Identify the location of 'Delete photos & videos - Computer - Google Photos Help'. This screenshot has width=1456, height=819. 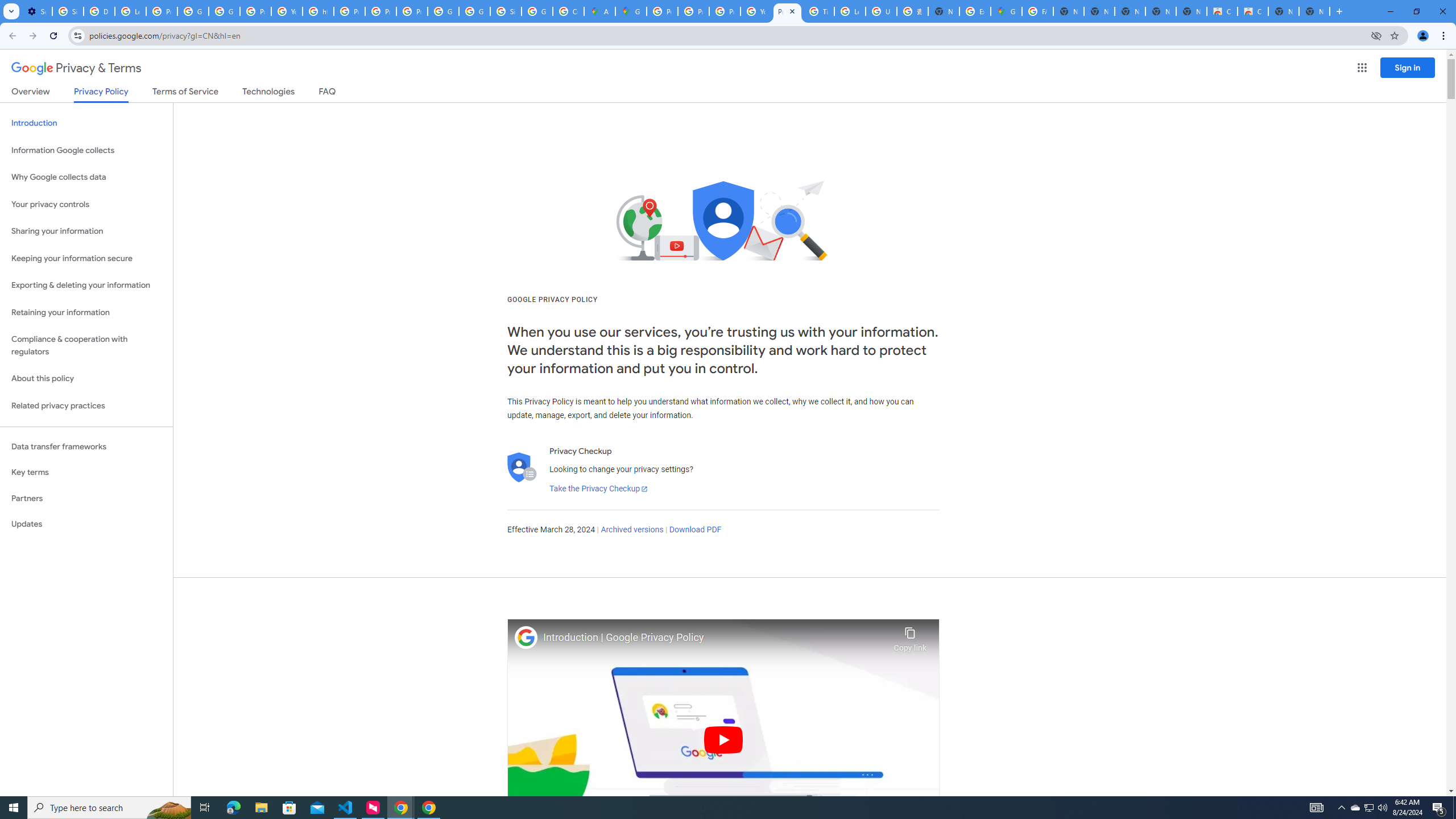
(99, 11).